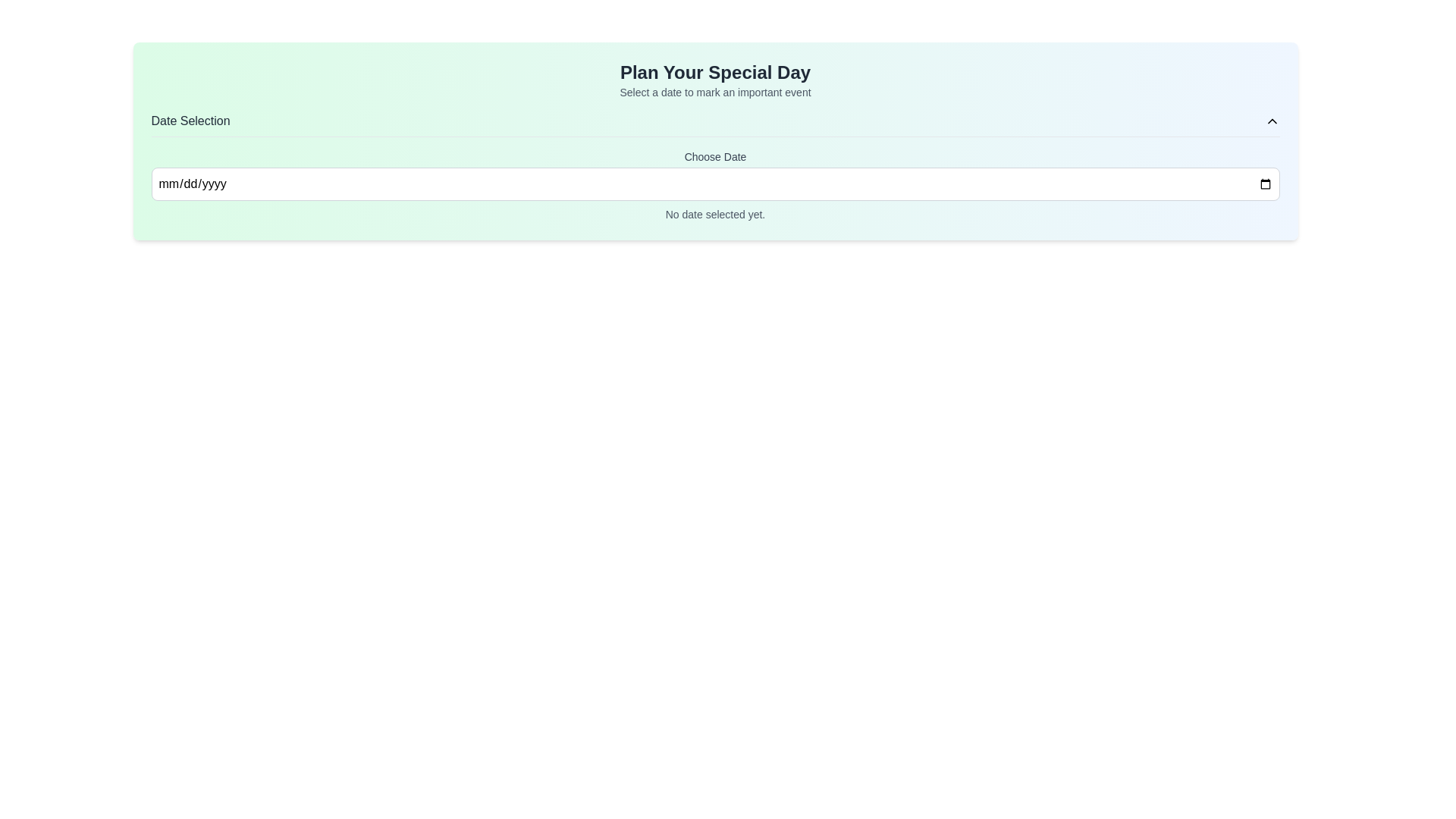 Image resolution: width=1456 pixels, height=819 pixels. I want to click on the 'Date Selection' static text label, which is displayed in a medium-sized, bold, dark-gray font in the upper-left area of the header section, so click(190, 120).